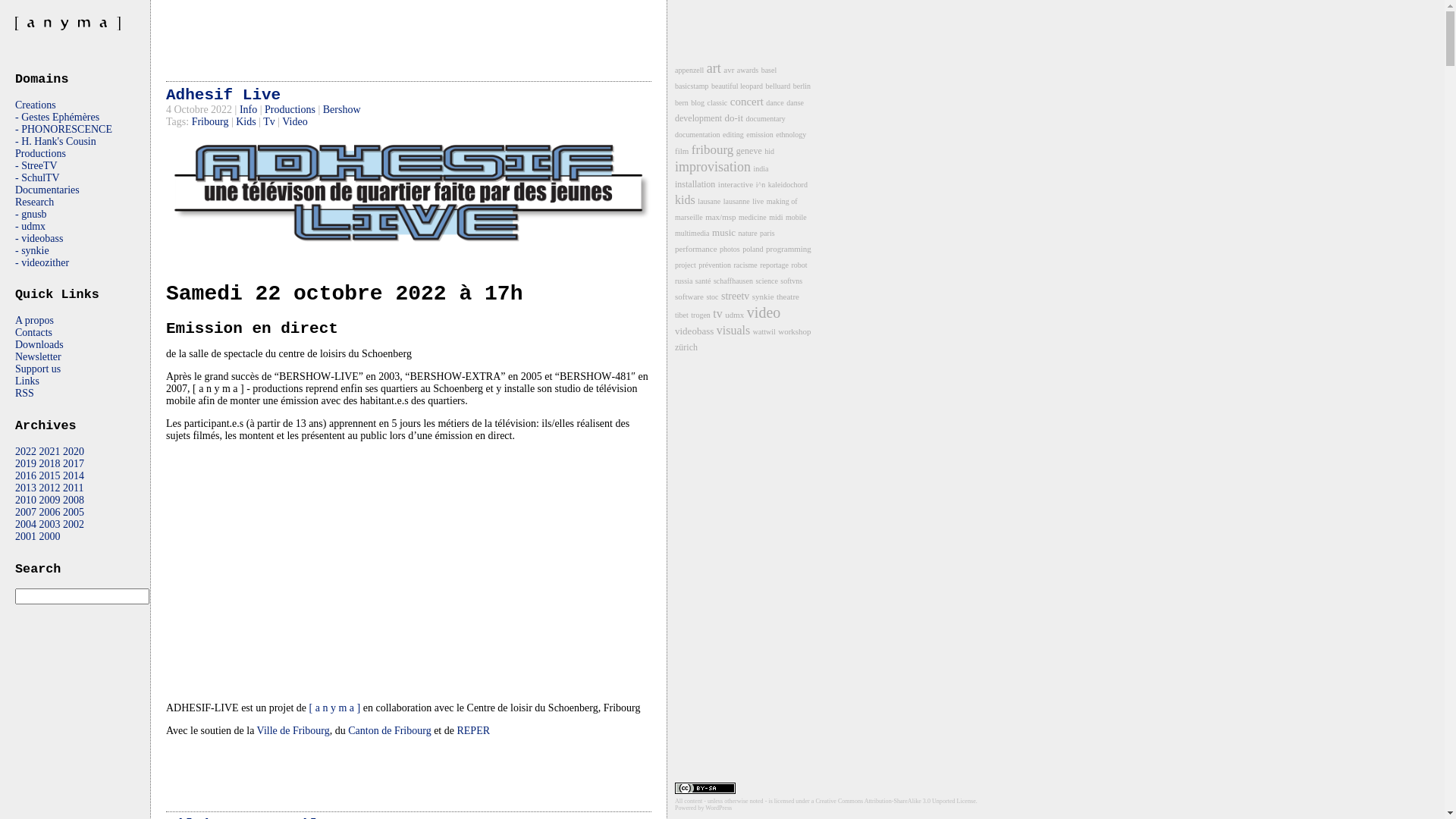  Describe the element at coordinates (37, 177) in the screenshot. I see `'- SchulTV'` at that location.